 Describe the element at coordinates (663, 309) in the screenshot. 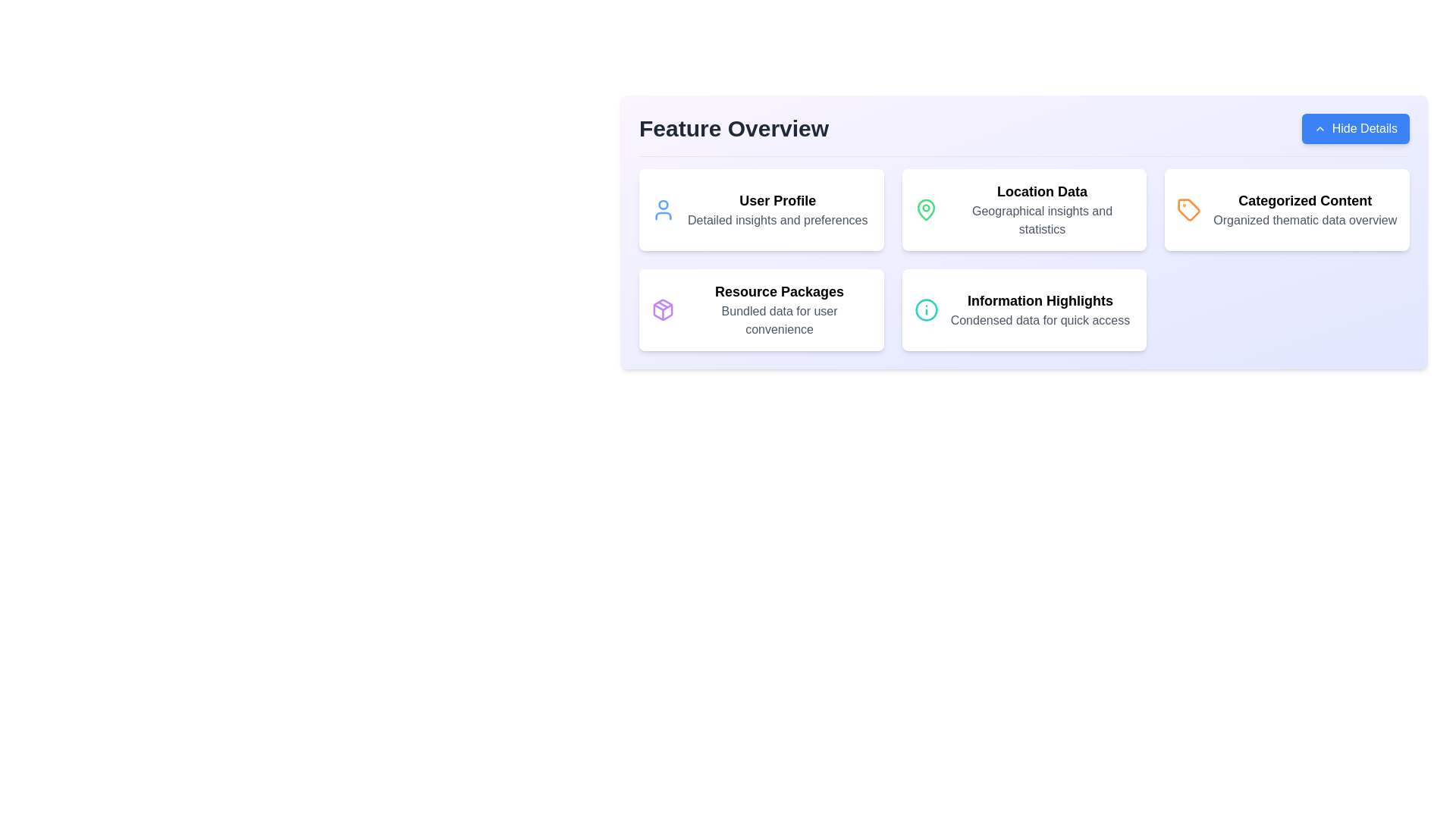

I see `the decorative icon representing 'Resource Packages' located in the lower-left quadrant of the 'Feature Overview' section grid` at that location.